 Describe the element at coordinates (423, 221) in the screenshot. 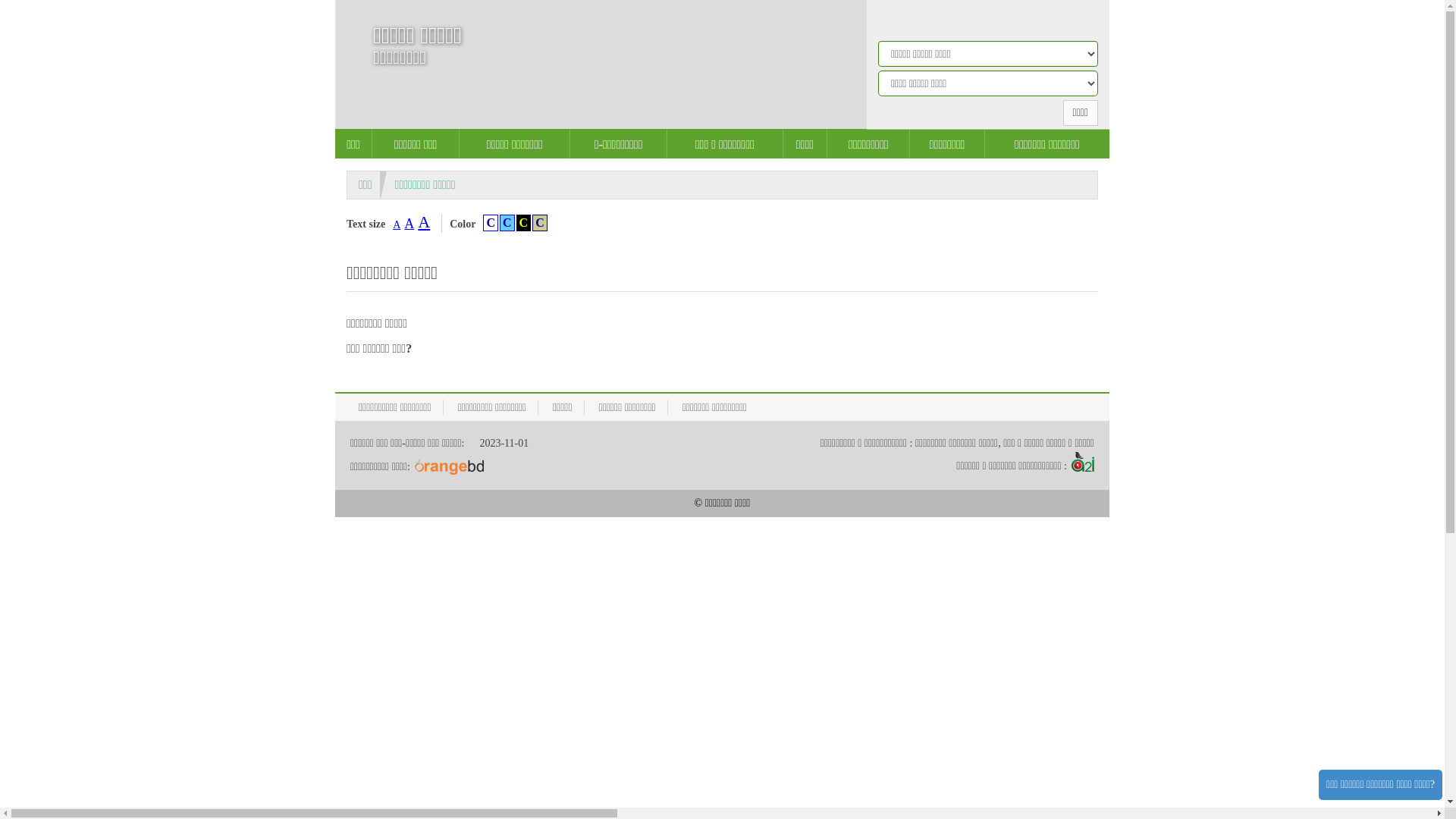

I see `'A'` at that location.